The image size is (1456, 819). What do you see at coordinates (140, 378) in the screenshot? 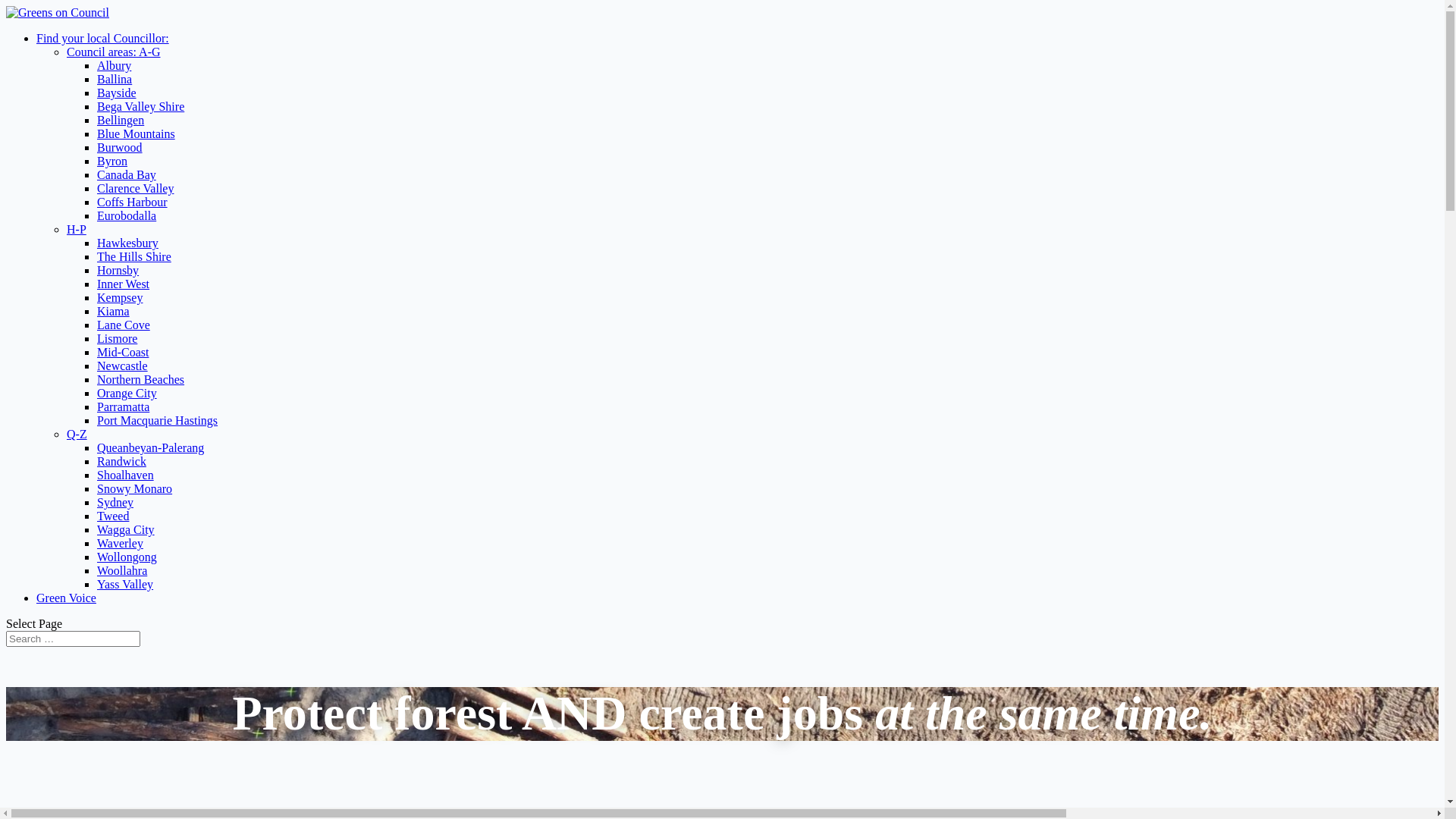
I see `'Northern Beaches'` at bounding box center [140, 378].